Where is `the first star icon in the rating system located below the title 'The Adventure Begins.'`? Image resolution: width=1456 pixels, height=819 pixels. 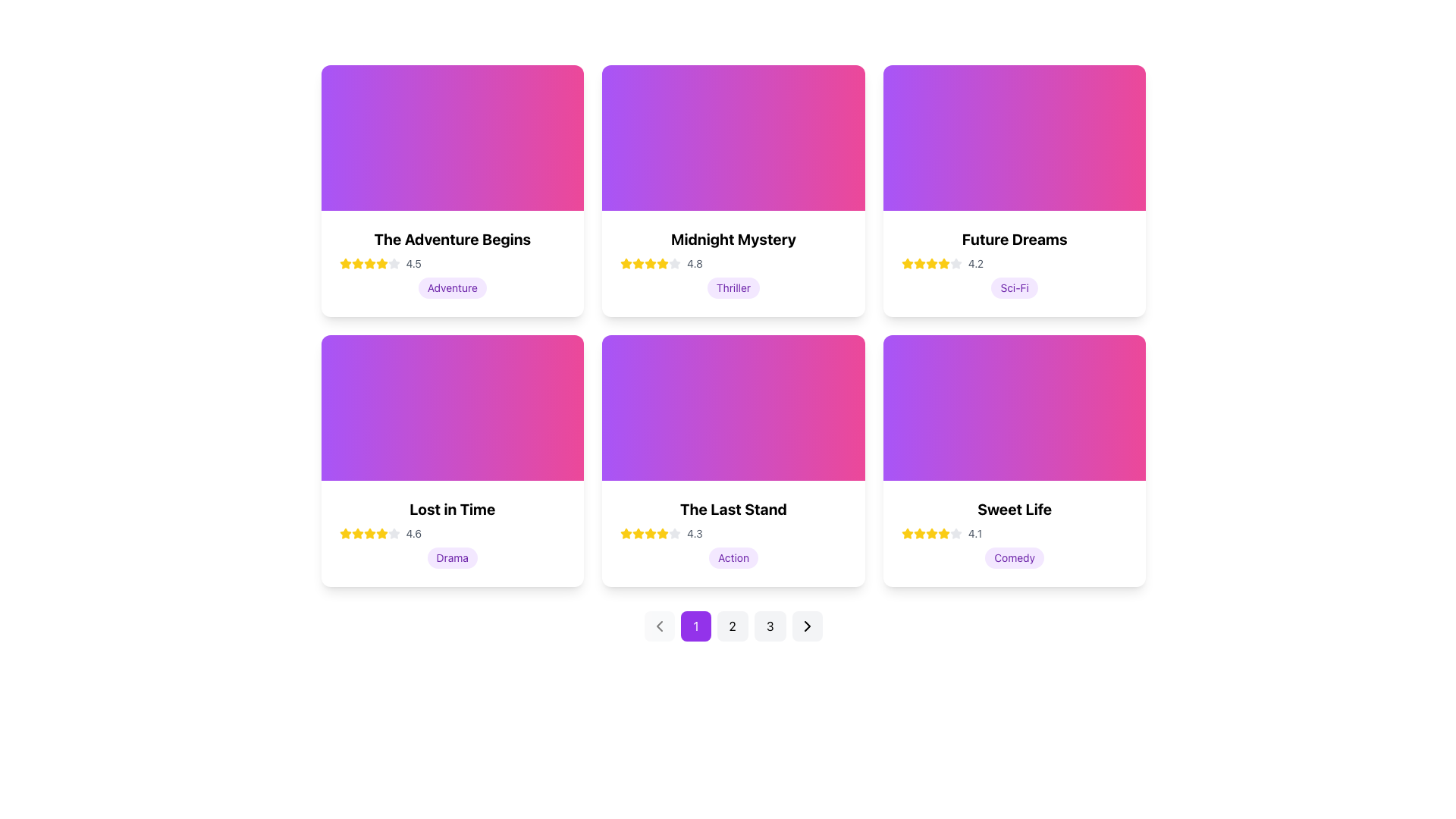
the first star icon in the rating system located below the title 'The Adventure Begins.' is located at coordinates (344, 262).